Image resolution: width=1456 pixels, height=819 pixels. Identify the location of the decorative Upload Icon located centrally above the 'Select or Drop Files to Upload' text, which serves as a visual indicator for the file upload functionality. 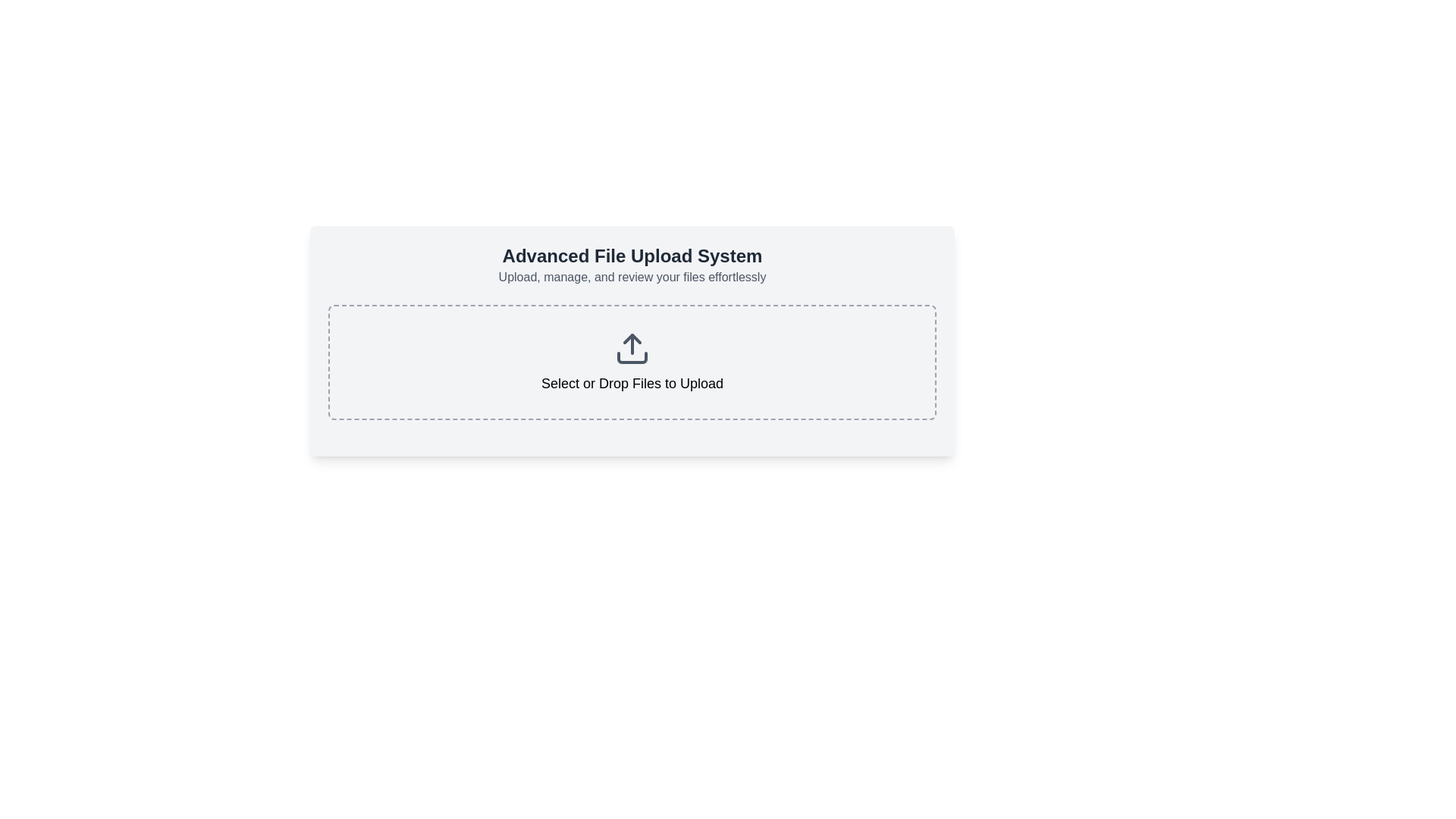
(632, 348).